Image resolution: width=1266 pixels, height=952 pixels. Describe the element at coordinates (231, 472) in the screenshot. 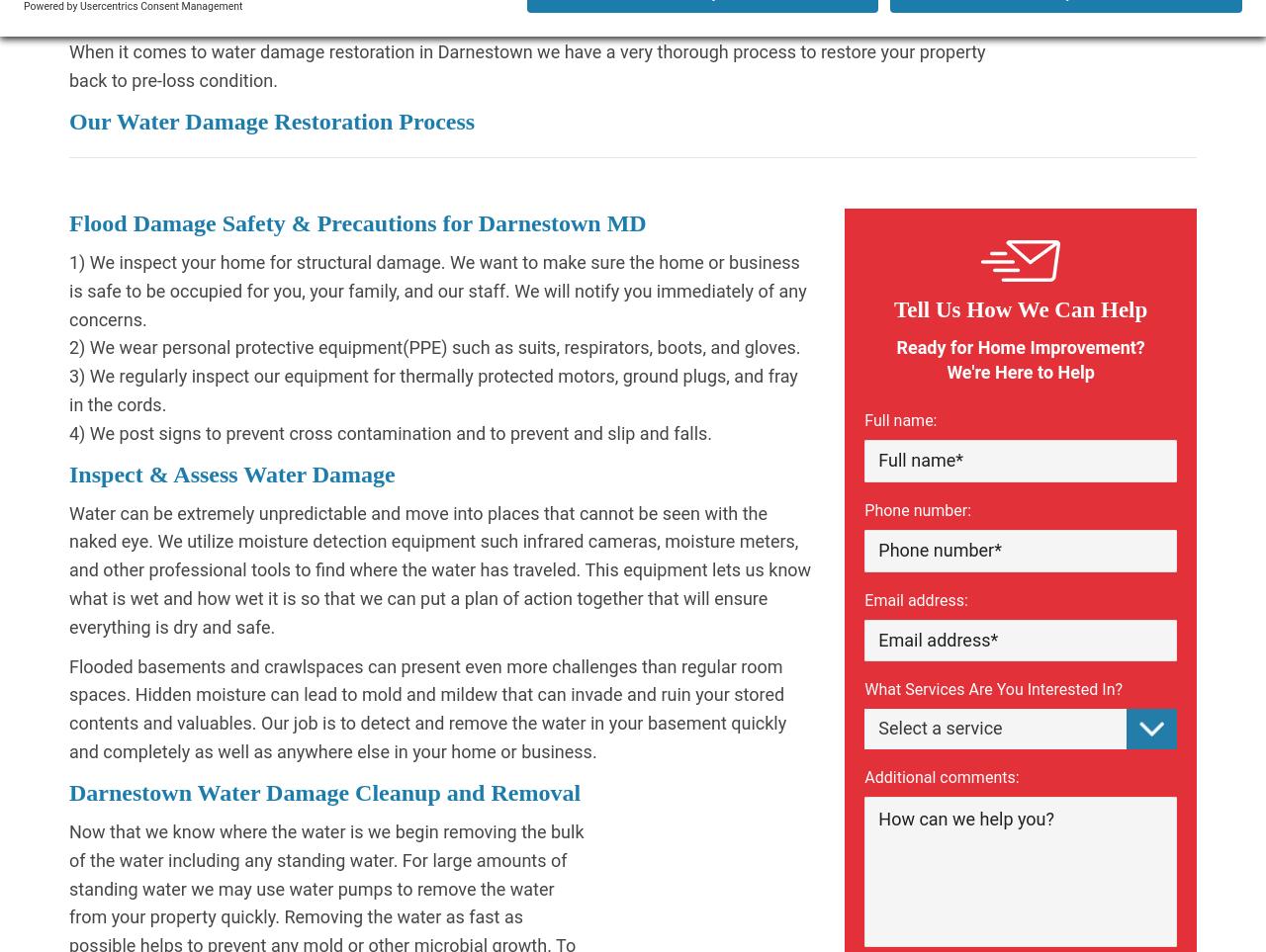

I see `'Inspect & Assess Water Damage'` at that location.